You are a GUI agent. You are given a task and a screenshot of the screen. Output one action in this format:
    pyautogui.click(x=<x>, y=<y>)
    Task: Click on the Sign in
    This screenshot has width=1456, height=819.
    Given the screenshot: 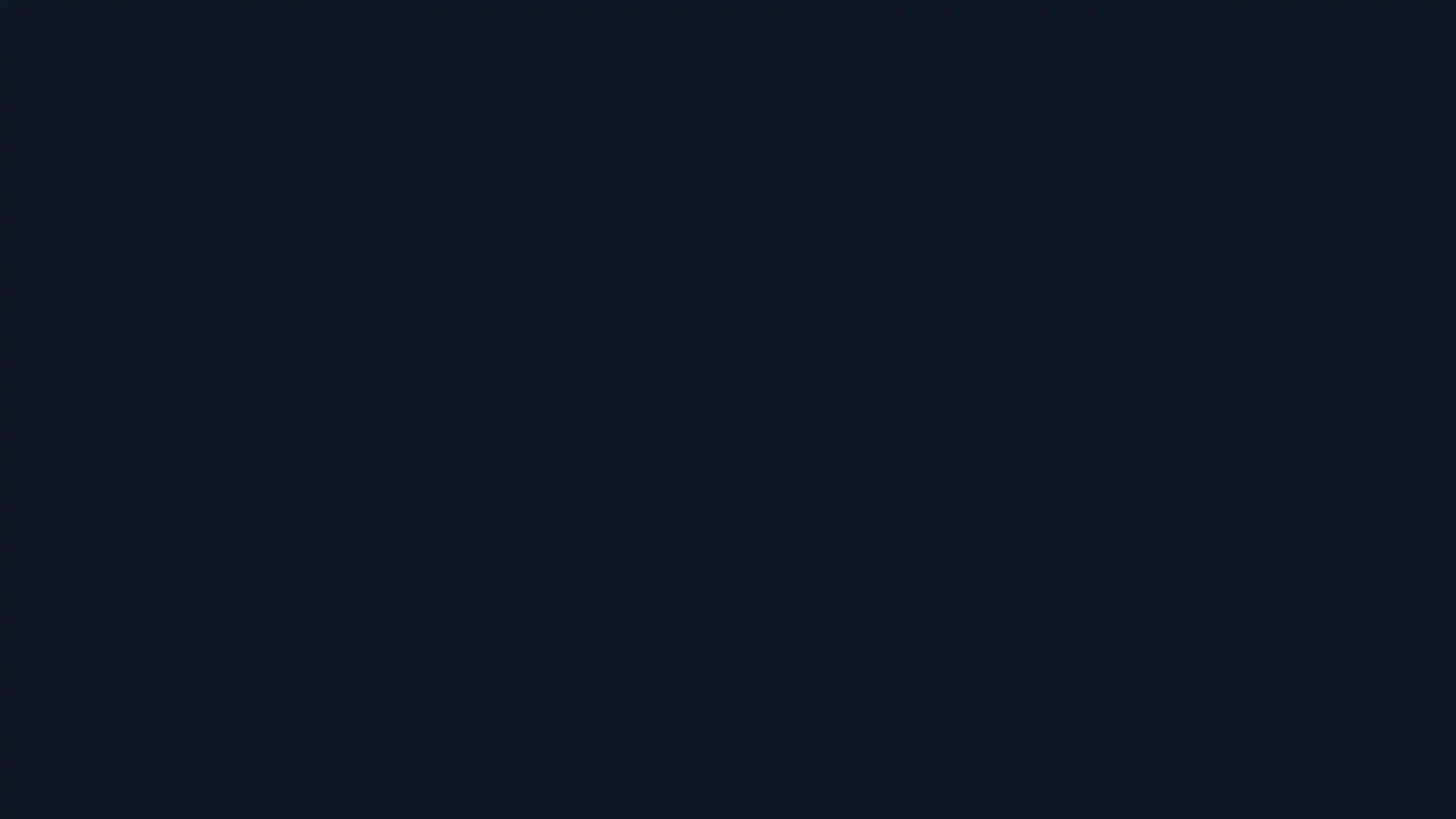 What is the action you would take?
    pyautogui.click(x=728, y=330)
    